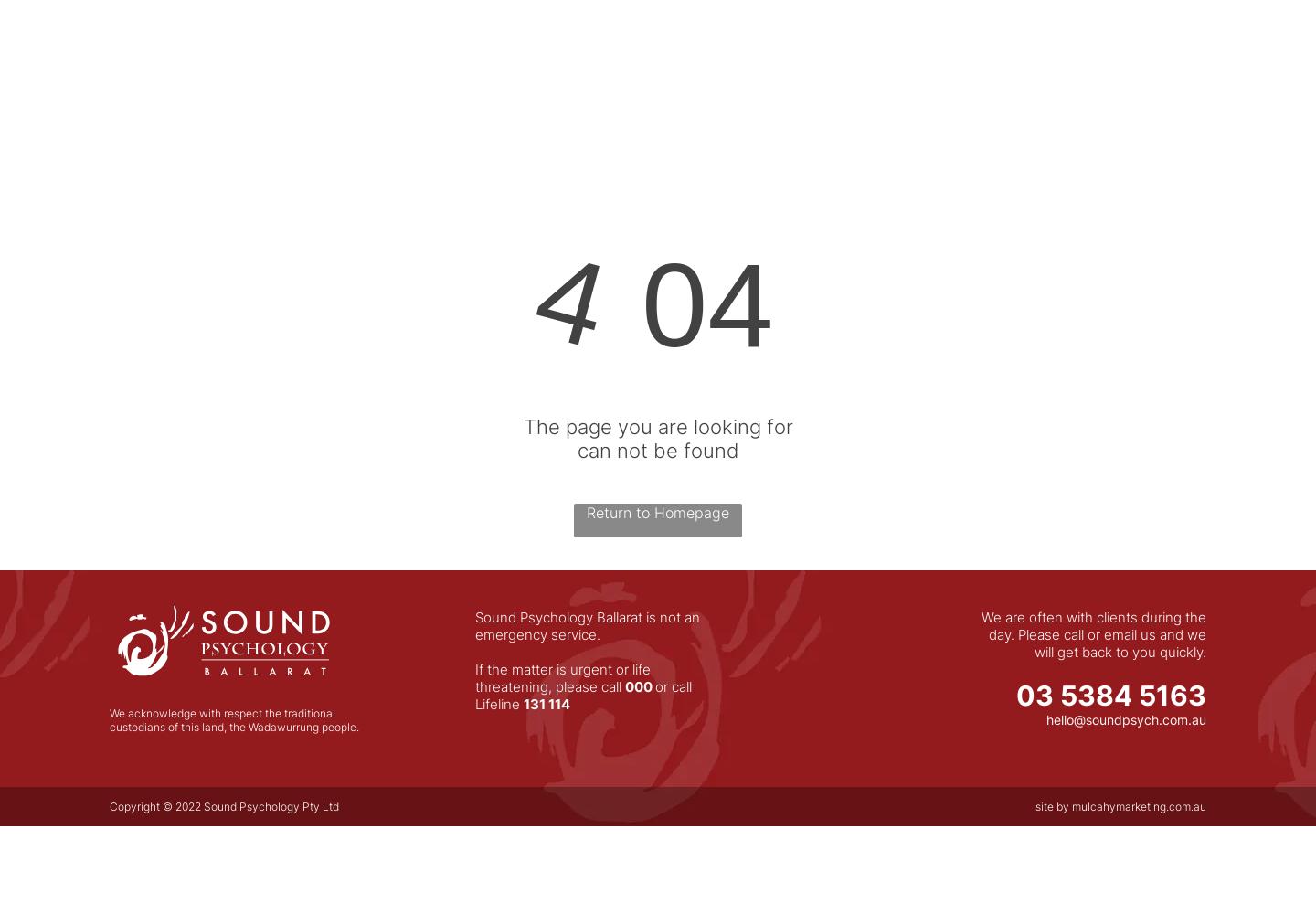  I want to click on 'Counselling', so click(834, 74).